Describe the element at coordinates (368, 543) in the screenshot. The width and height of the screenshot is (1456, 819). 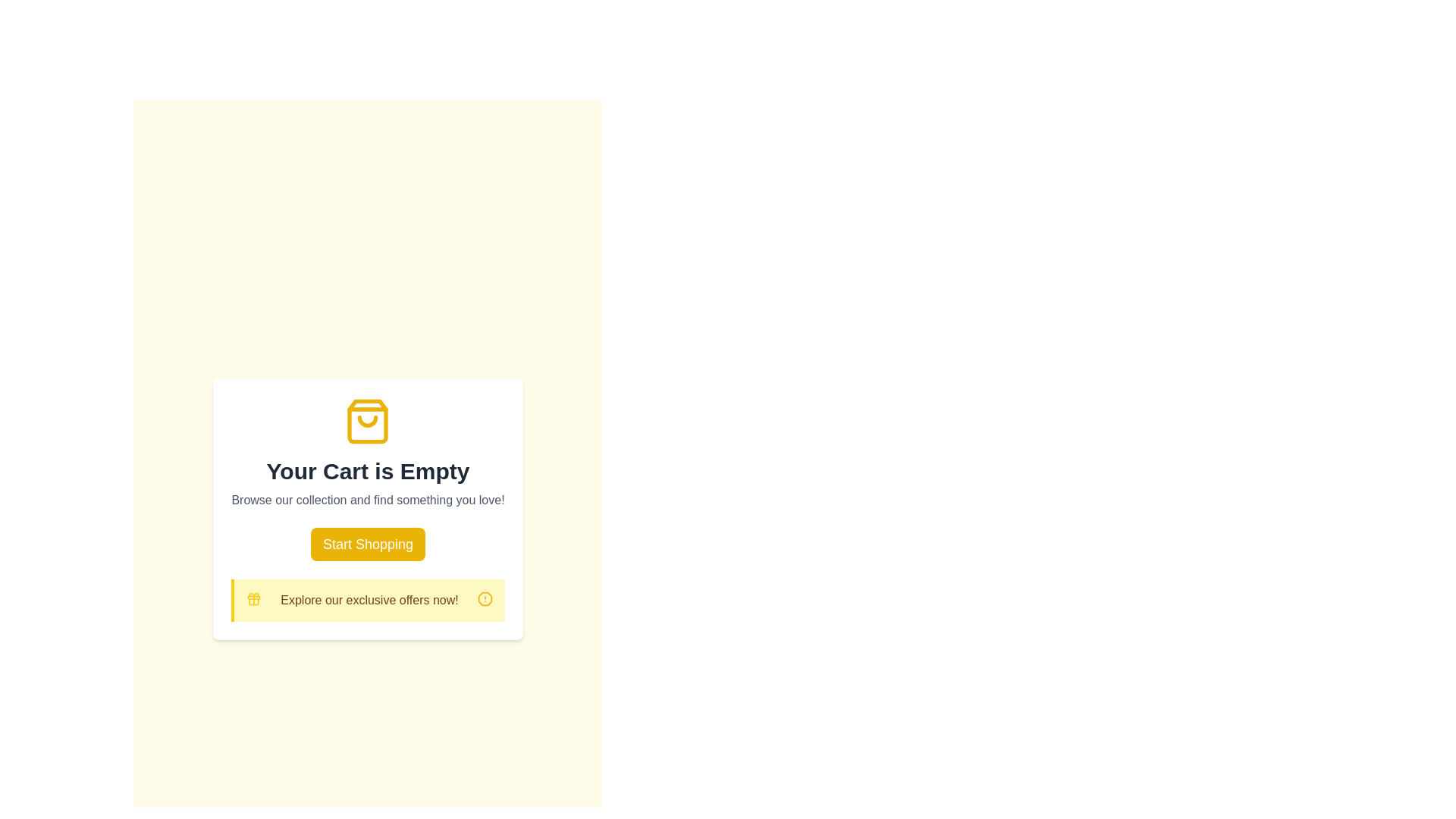
I see `the button that redirects users to the shopping section, located below the subtitle 'Browse our collection and find something you love!' and above the yellow informational box` at that location.